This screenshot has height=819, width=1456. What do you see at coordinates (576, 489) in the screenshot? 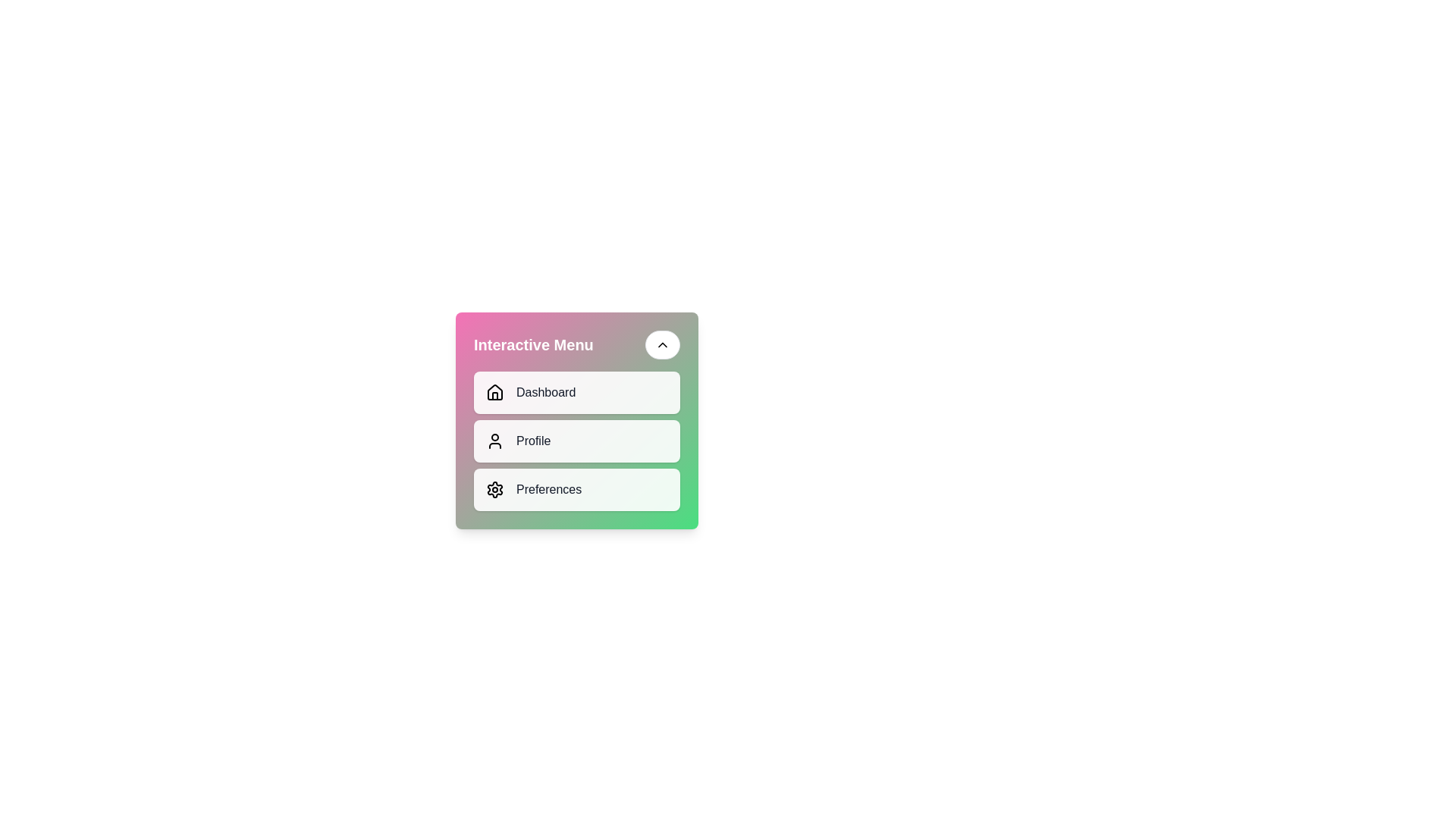
I see `the 'Preferences' menu item, which is the third item in the vertical menu, featuring a gear icon and a white background with rounded corners` at bounding box center [576, 489].